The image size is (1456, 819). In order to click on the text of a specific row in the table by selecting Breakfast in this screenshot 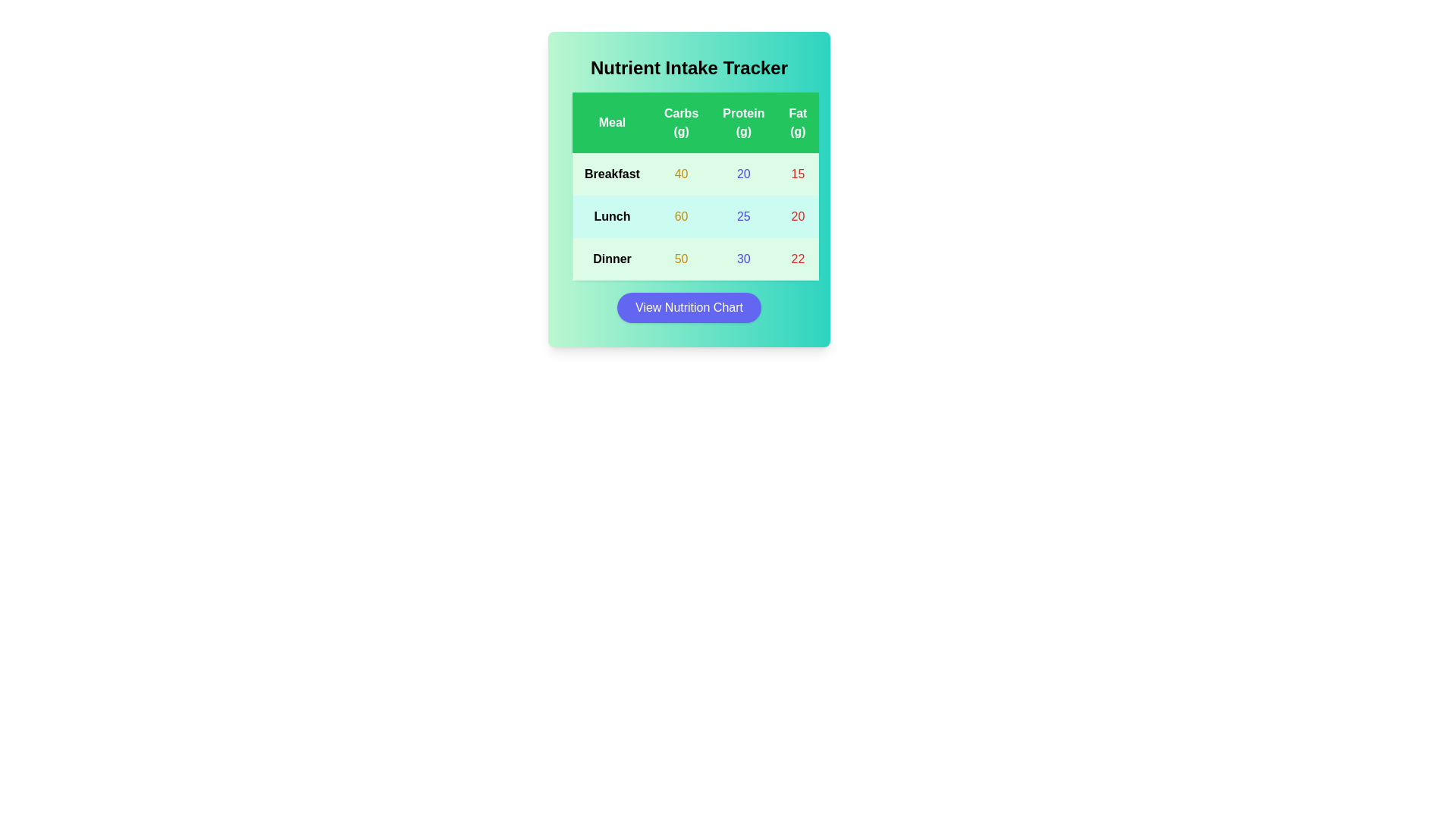, I will do `click(612, 174)`.